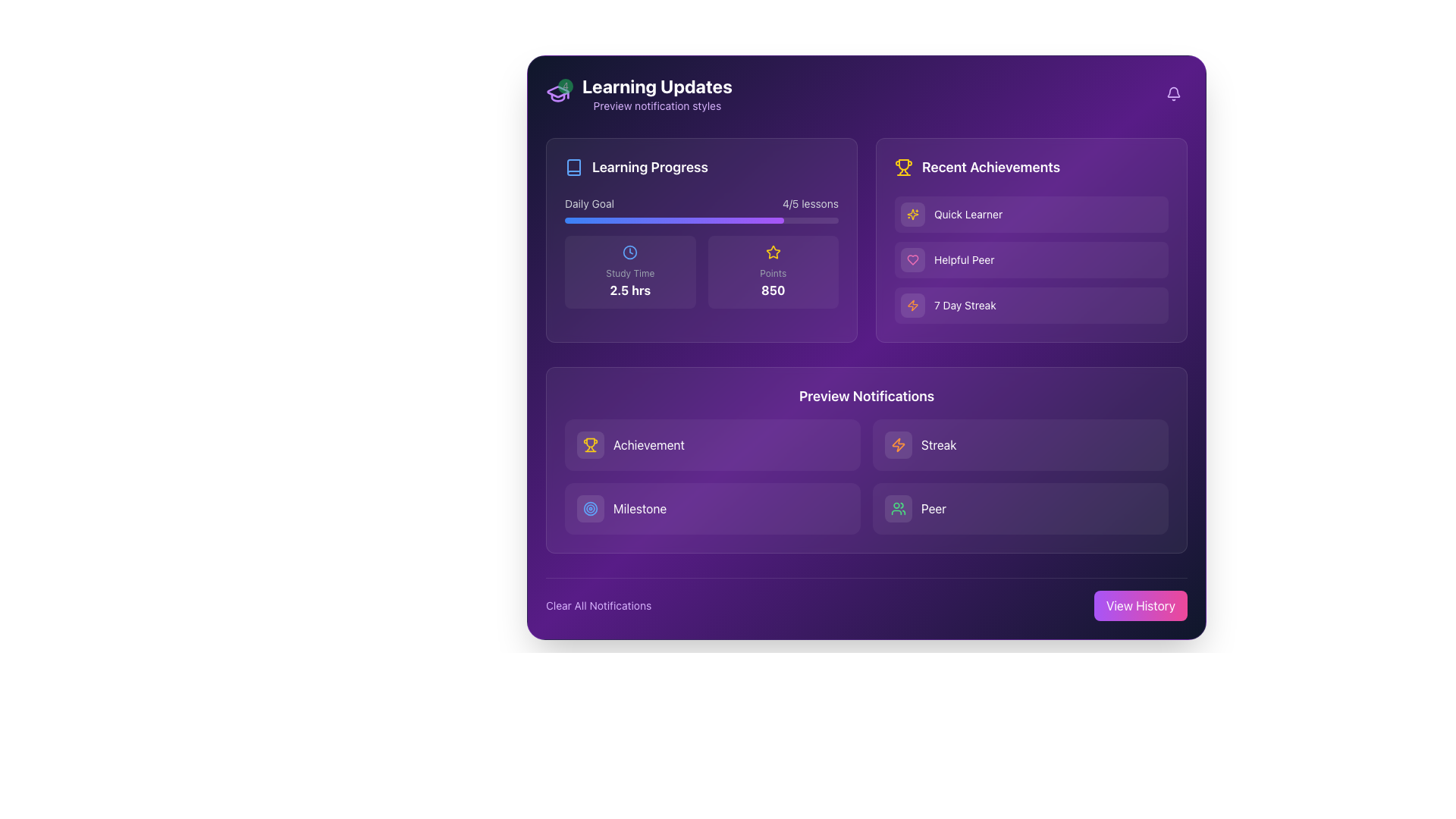 The image size is (1456, 819). I want to click on the 'Recent Achievements' section, so click(1031, 239).